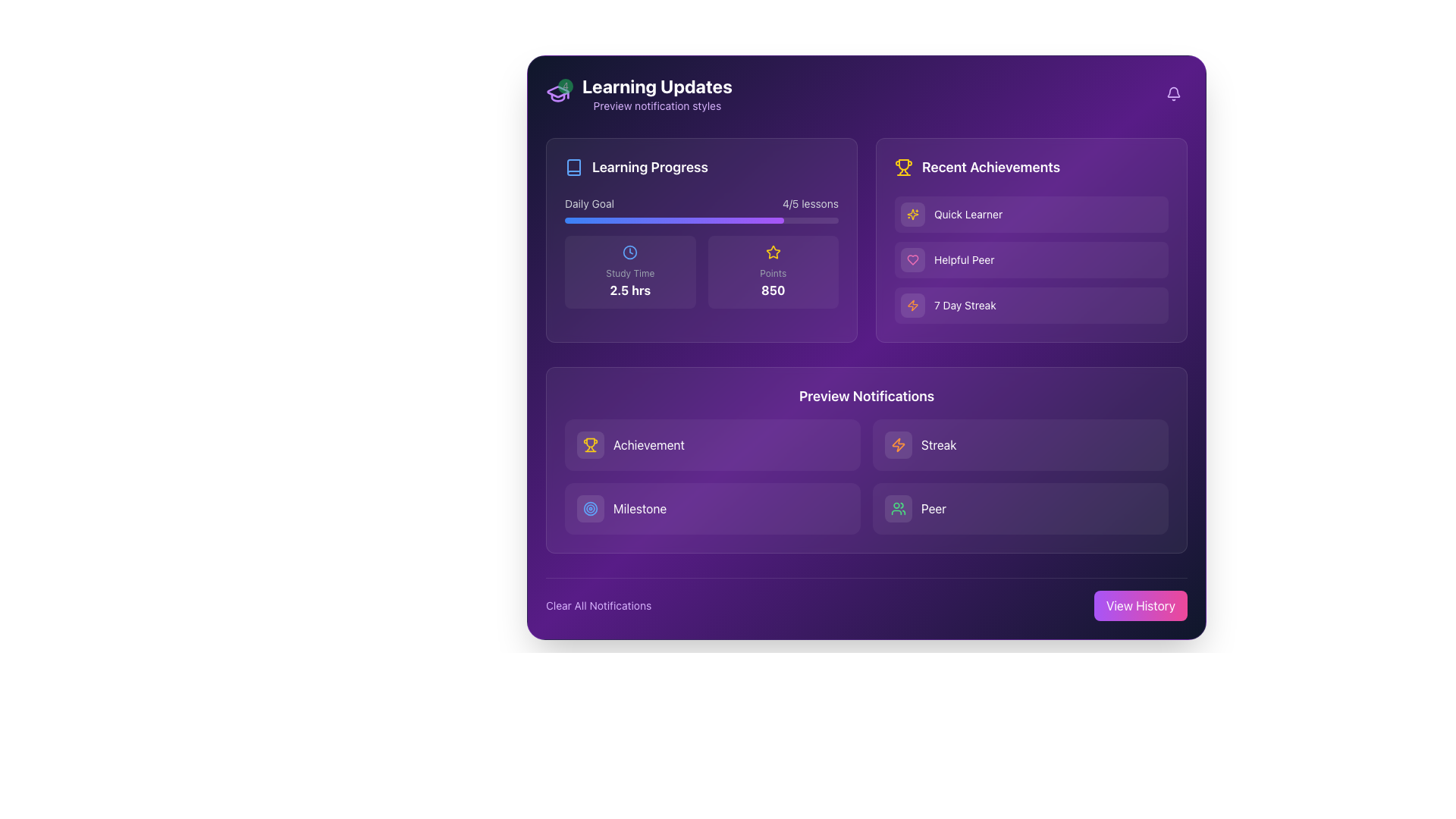 The image size is (1456, 819). I want to click on the 'Recent Achievements' section, so click(1031, 239).